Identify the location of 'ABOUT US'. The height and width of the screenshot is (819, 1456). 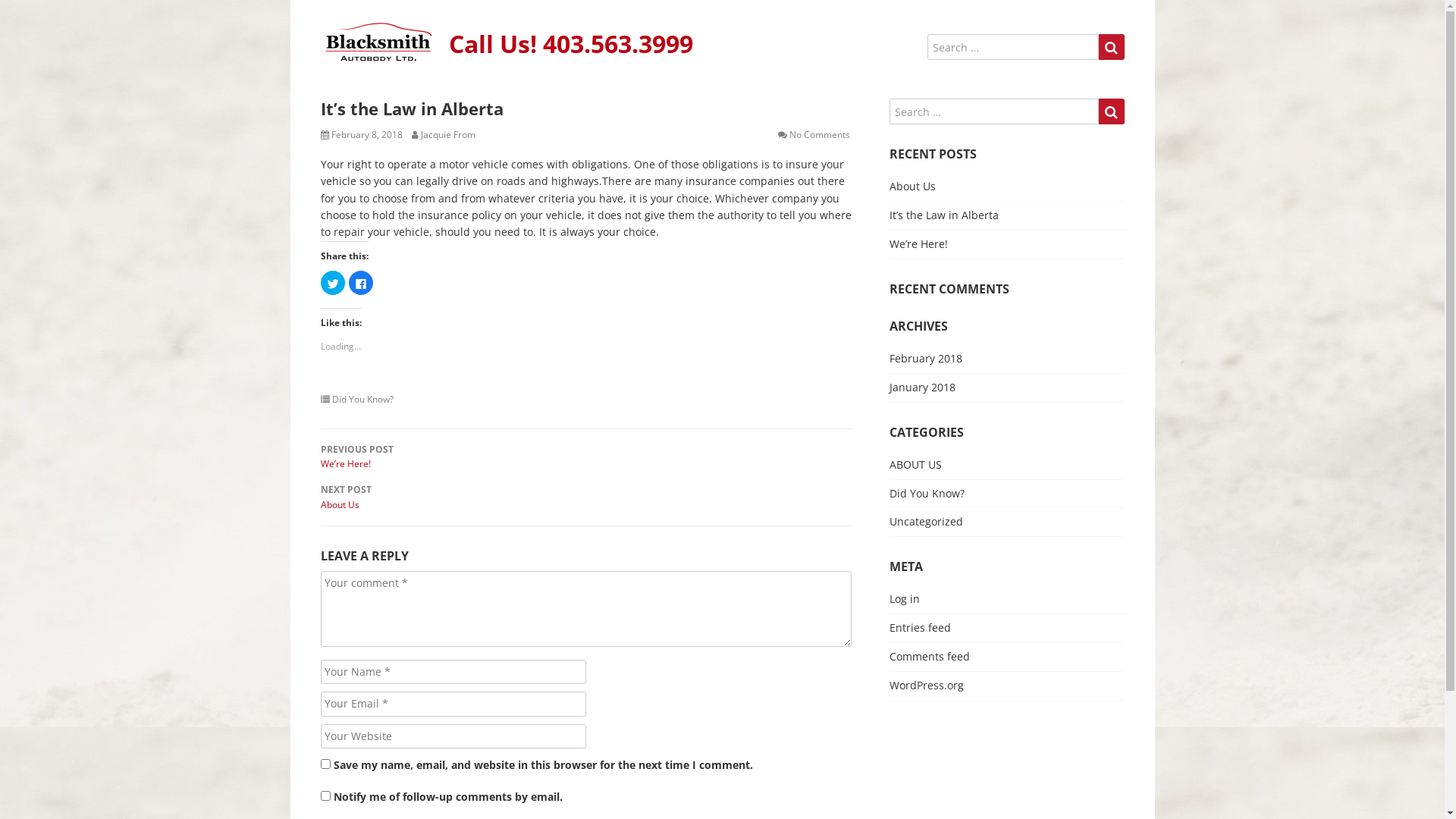
(914, 463).